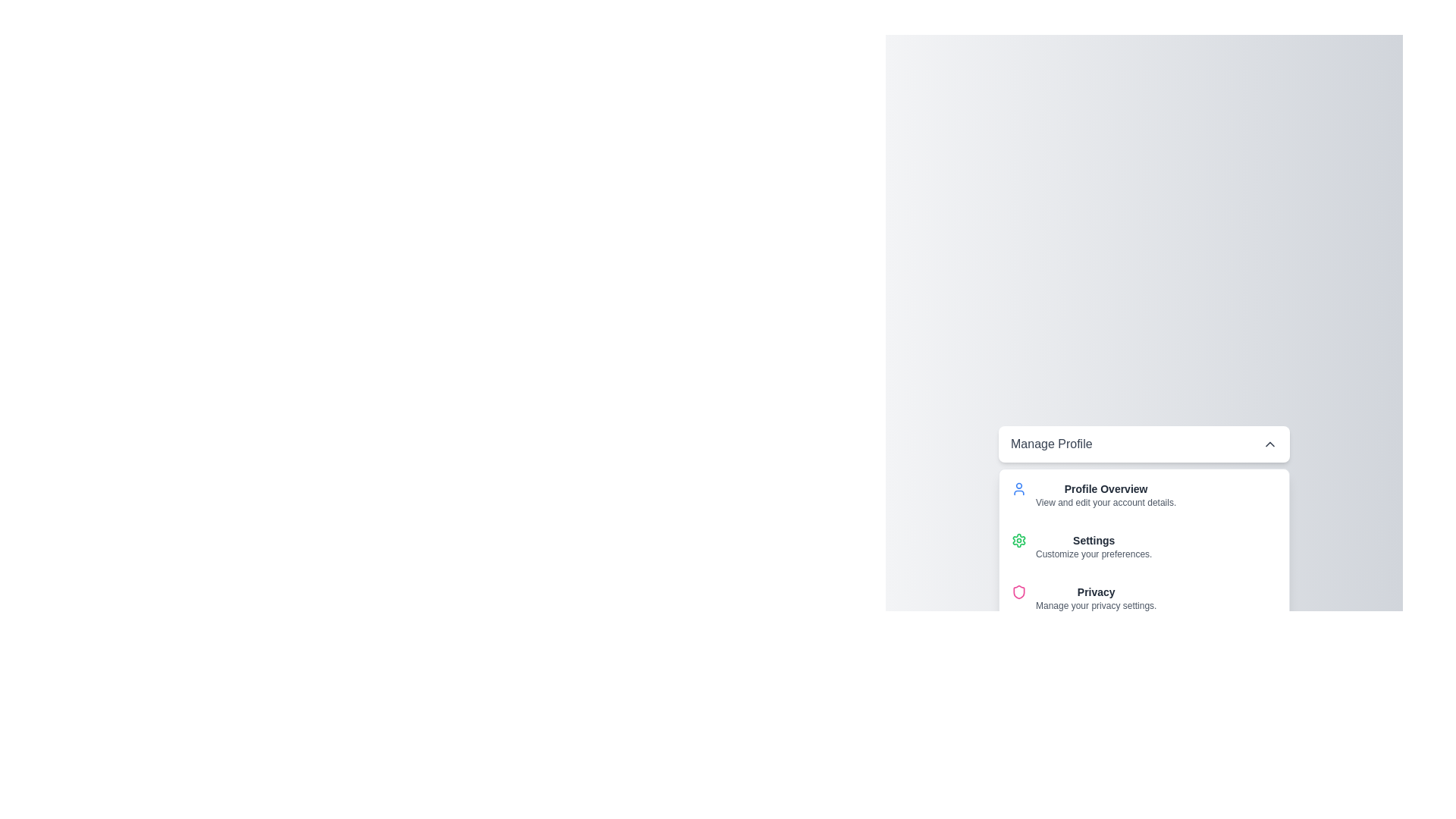  Describe the element at coordinates (1094, 554) in the screenshot. I see `the static textual element that provides information about the 'Settings' option, located beneath the 'Settings' heading and centered horizontally` at that location.